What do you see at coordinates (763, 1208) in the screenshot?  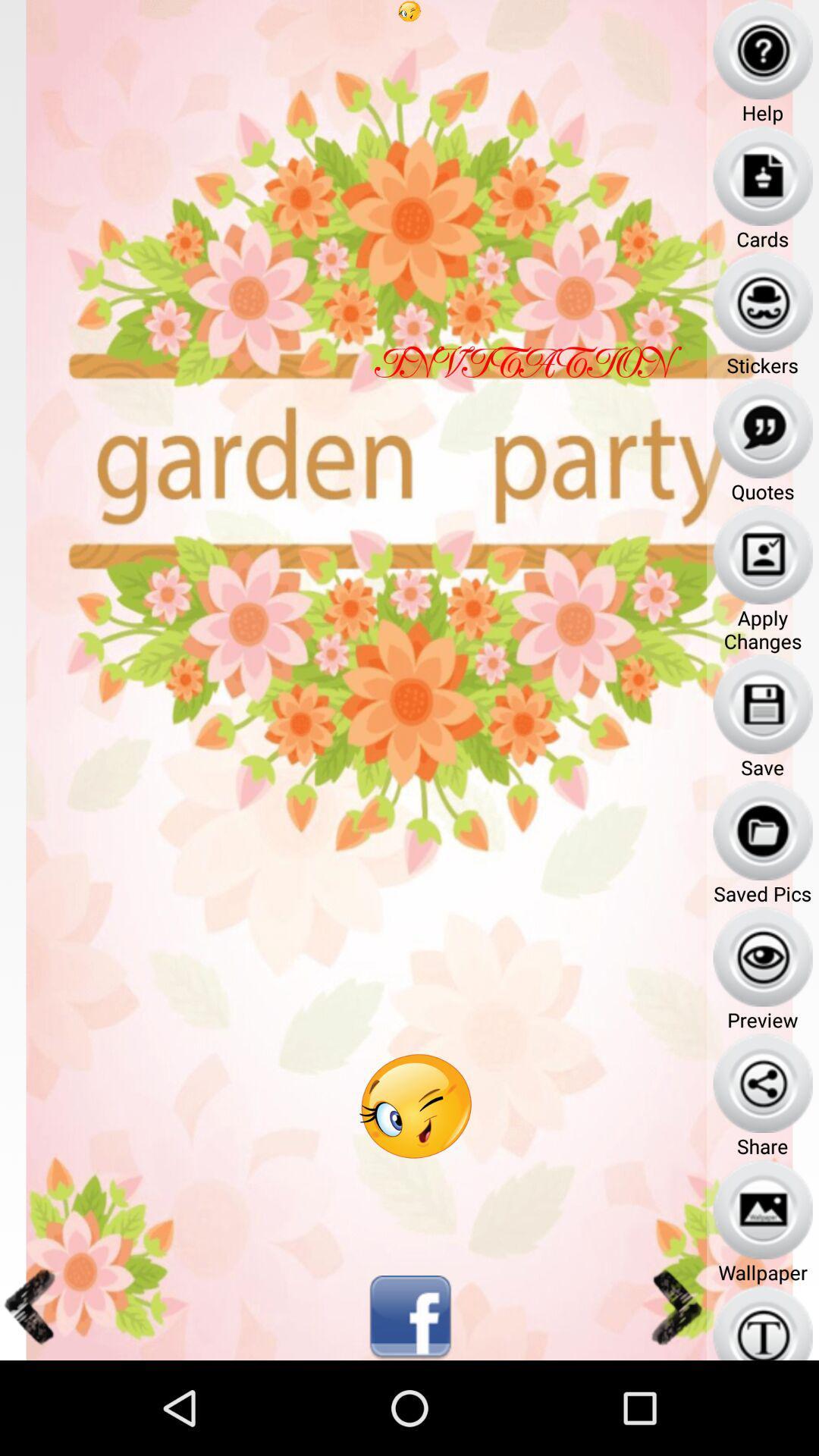 I see `wallpaper` at bounding box center [763, 1208].